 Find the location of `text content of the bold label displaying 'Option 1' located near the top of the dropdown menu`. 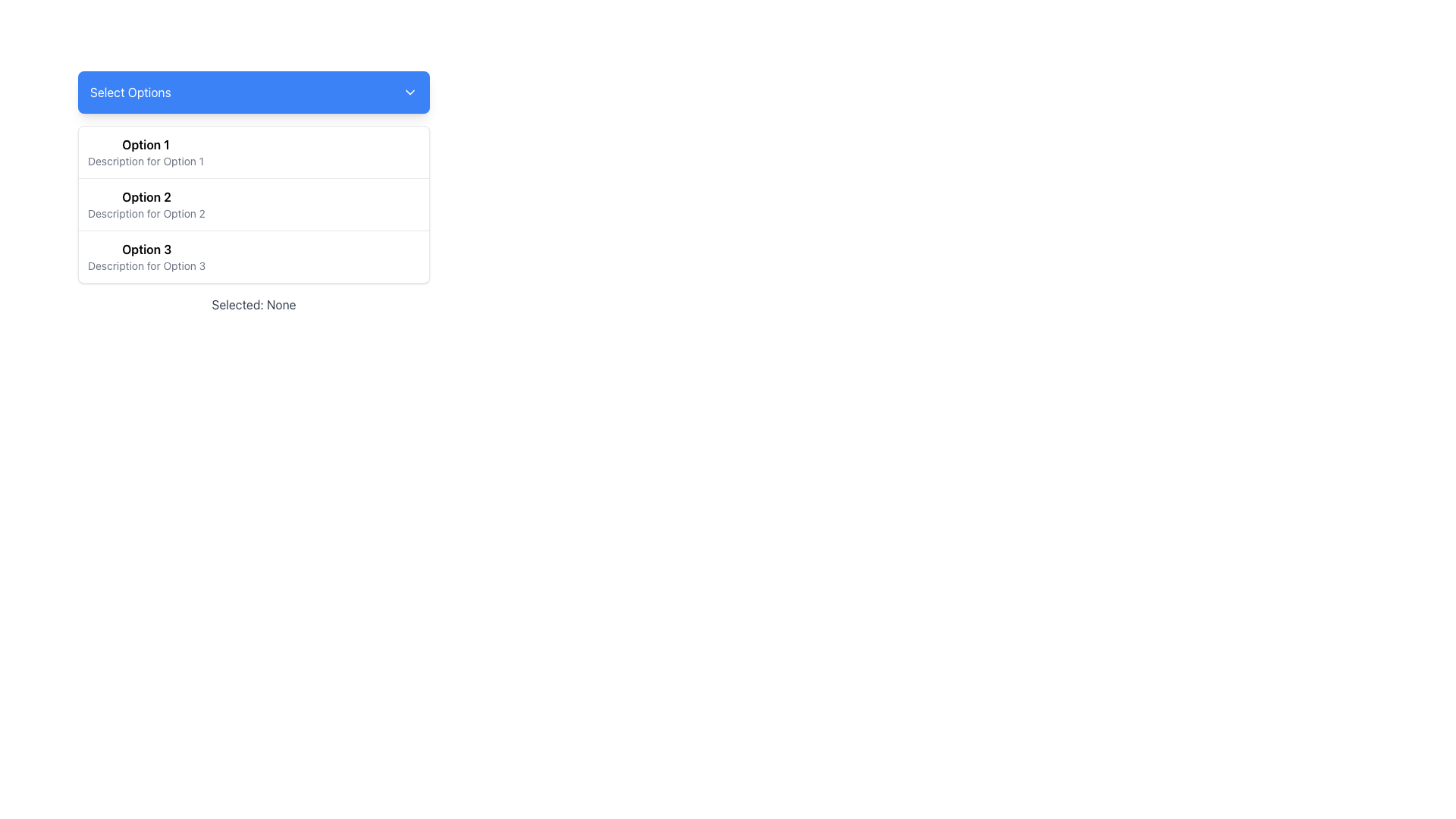

text content of the bold label displaying 'Option 1' located near the top of the dropdown menu is located at coordinates (146, 145).